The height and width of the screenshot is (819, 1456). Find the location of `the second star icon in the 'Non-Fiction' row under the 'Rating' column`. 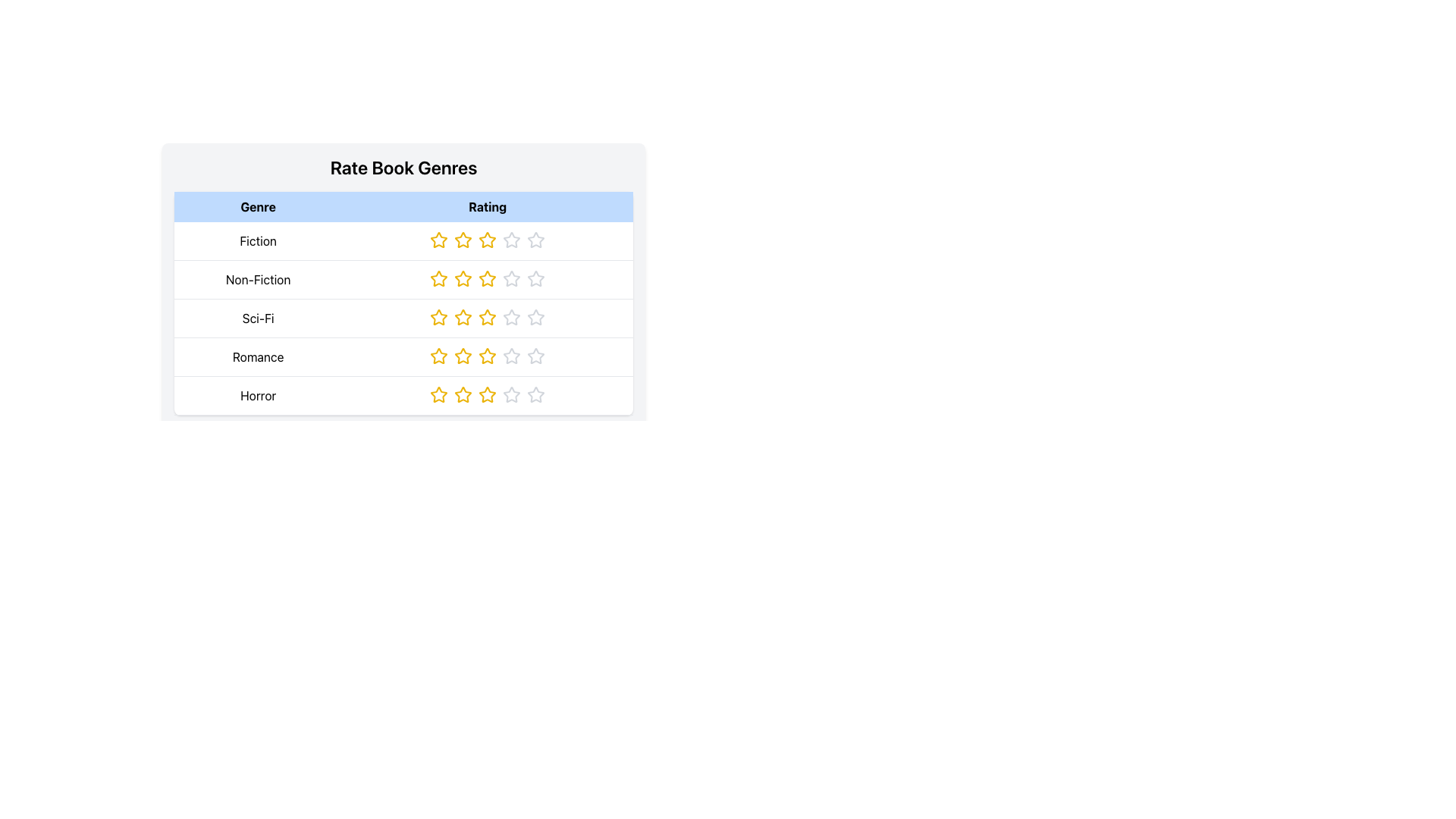

the second star icon in the 'Non-Fiction' row under the 'Rating' column is located at coordinates (438, 278).